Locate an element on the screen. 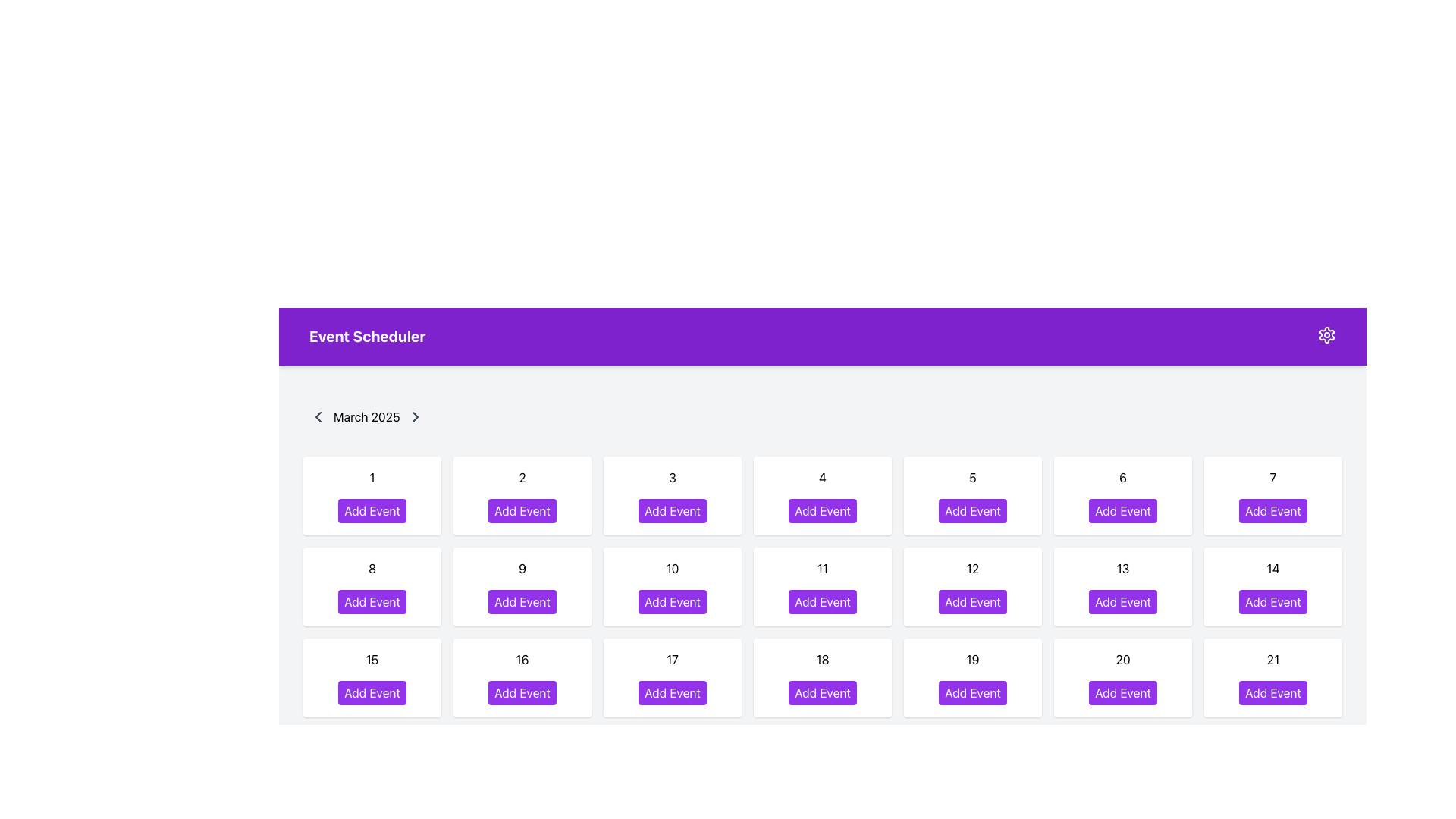 This screenshot has height=819, width=1456. the button in the fourth row, second column of the grid layout, which is inside the white box labeled '14', to initiate event addition is located at coordinates (1273, 601).